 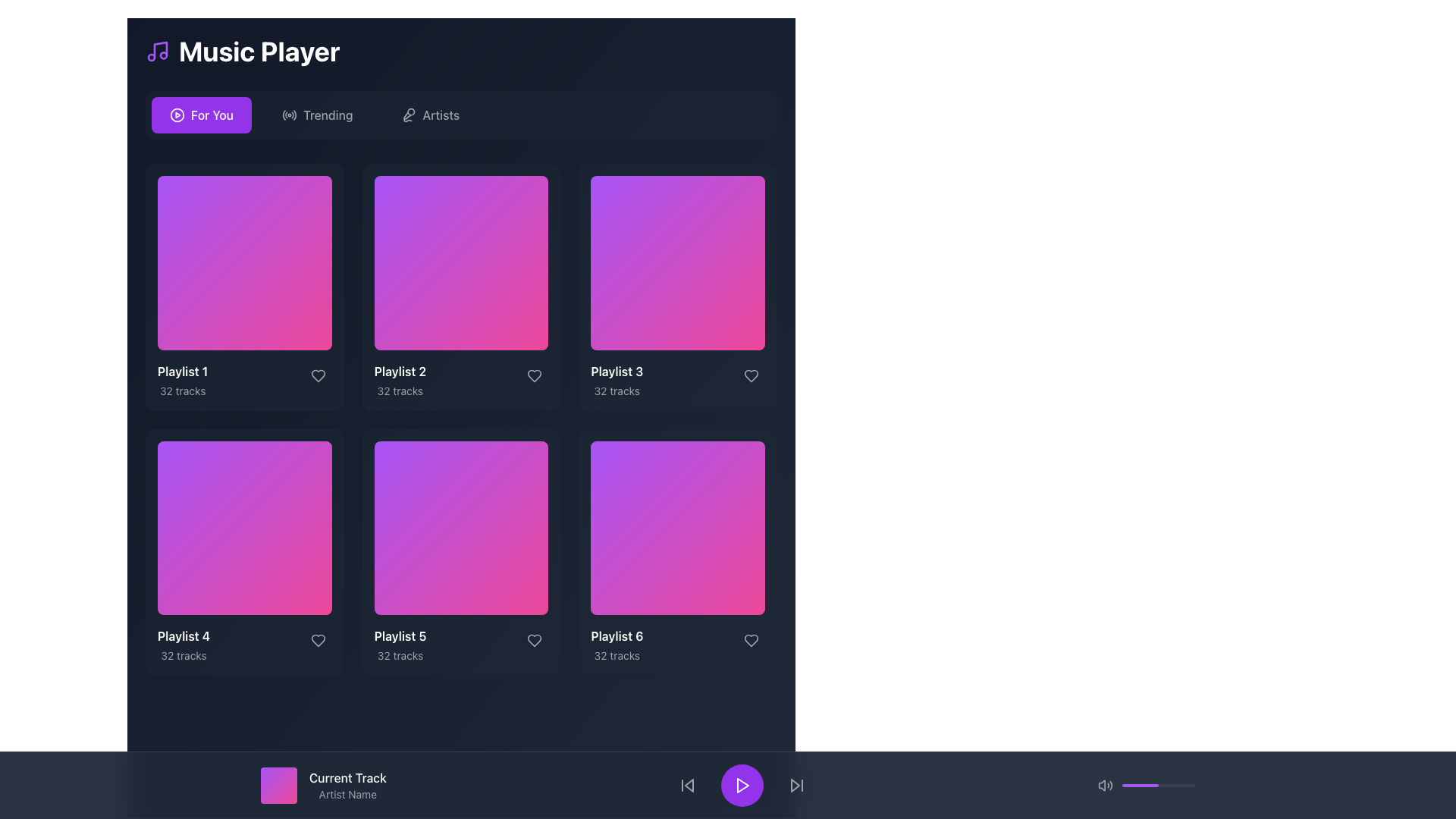 I want to click on the slider value, so click(x=1174, y=785).